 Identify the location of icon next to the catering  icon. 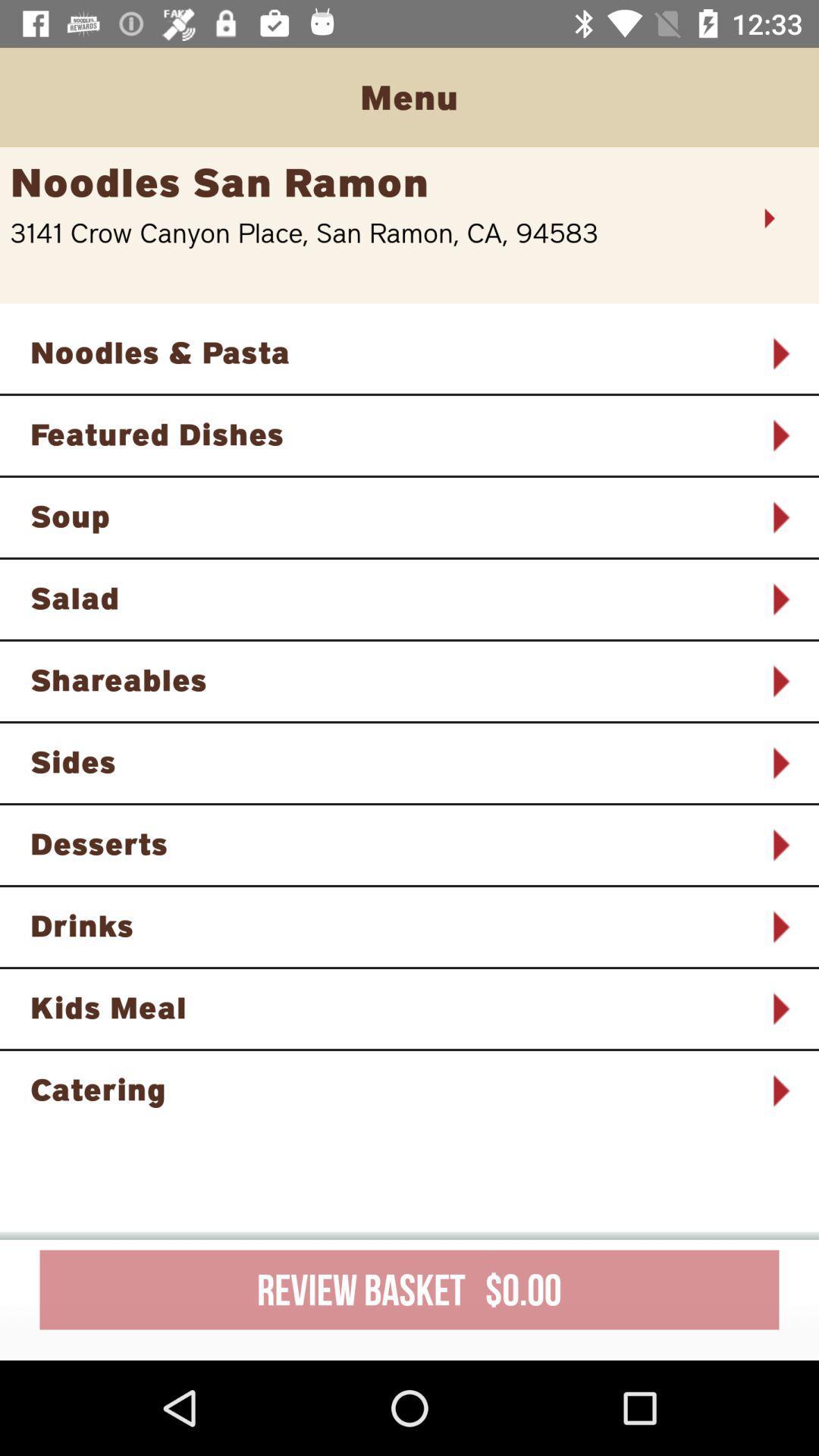
(780, 1090).